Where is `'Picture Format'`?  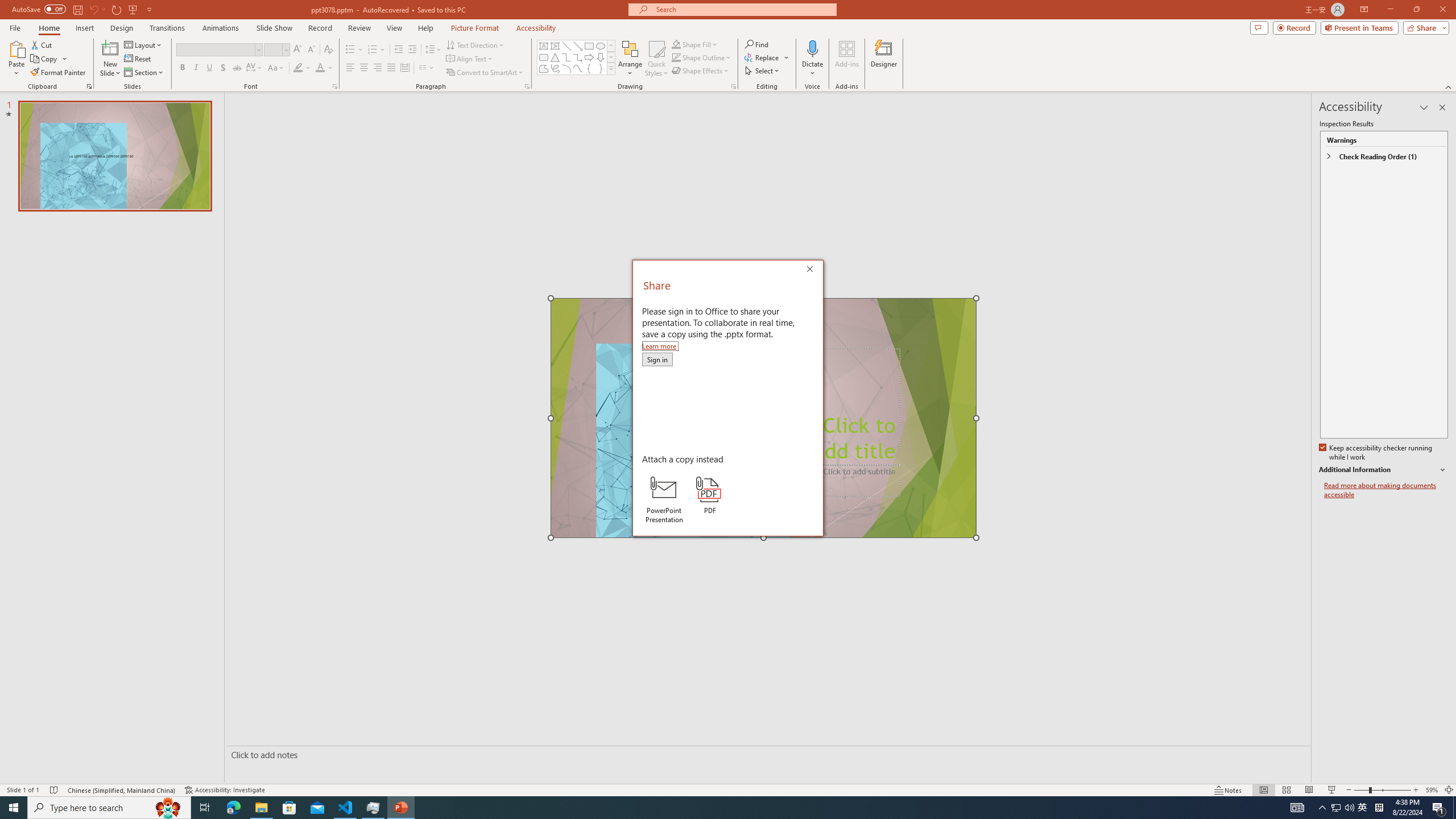 'Picture Format' is located at coordinates (475, 28).